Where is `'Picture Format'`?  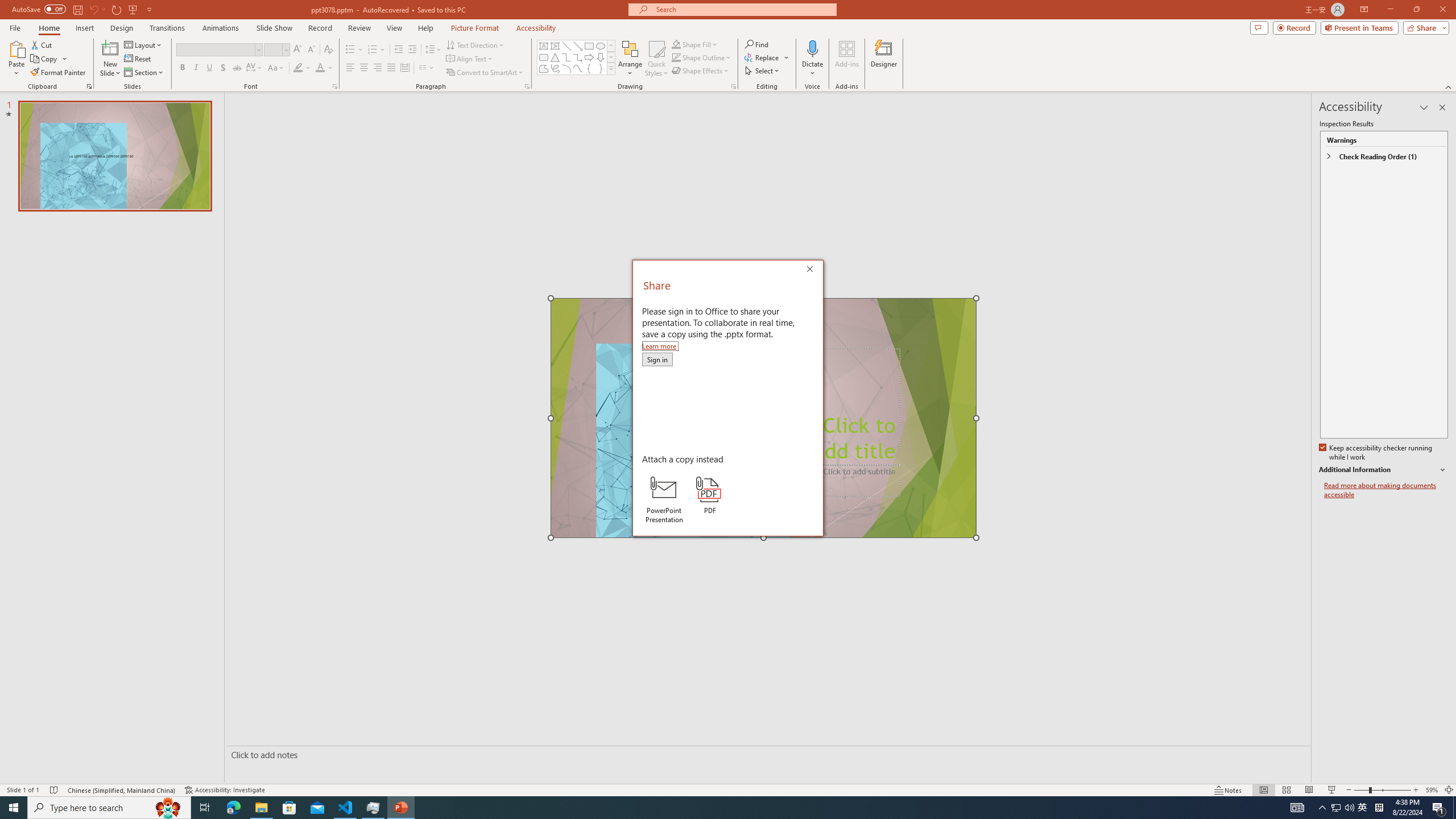 'Picture Format' is located at coordinates (475, 28).